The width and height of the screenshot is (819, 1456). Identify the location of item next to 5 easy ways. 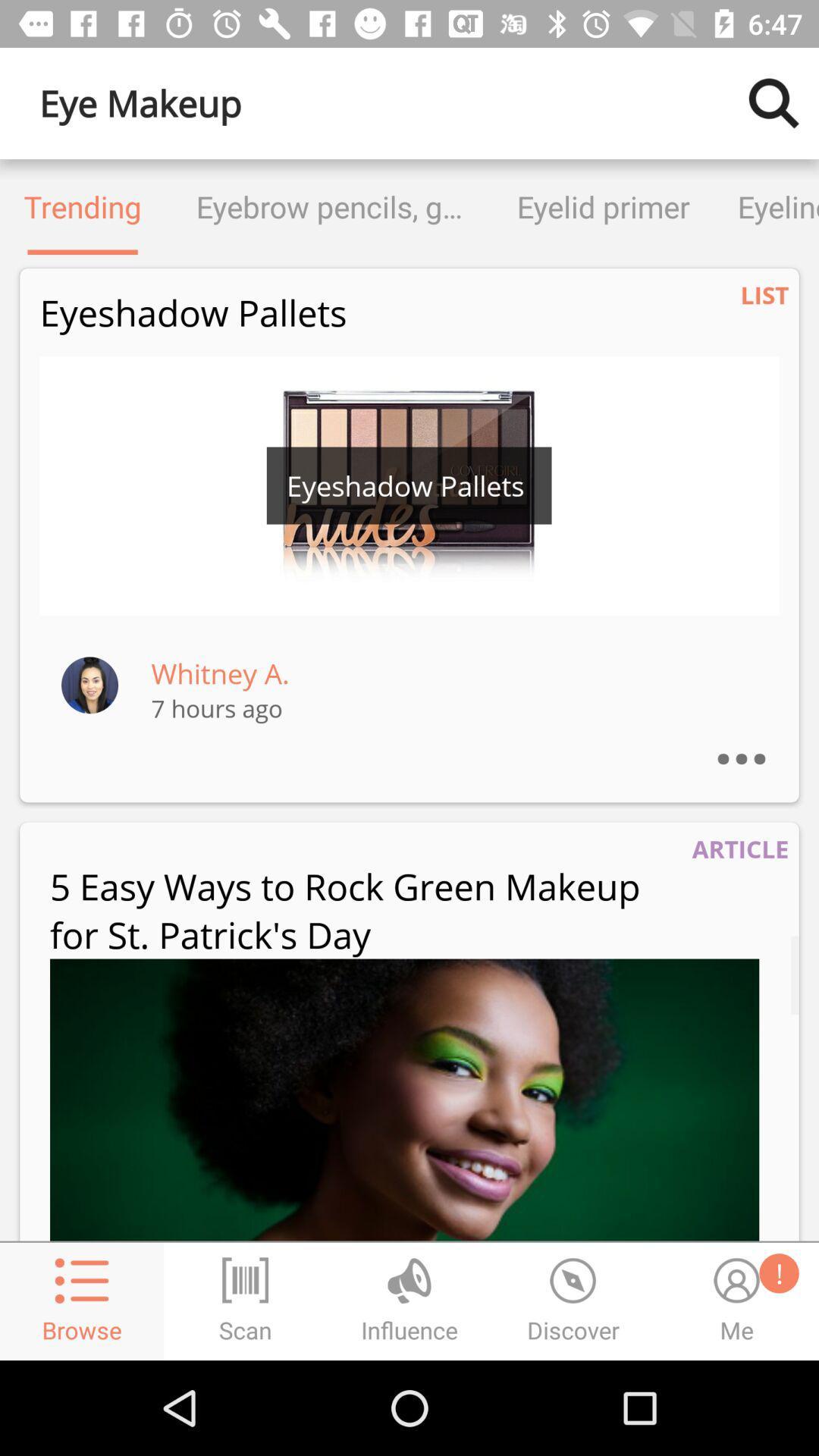
(739, 848).